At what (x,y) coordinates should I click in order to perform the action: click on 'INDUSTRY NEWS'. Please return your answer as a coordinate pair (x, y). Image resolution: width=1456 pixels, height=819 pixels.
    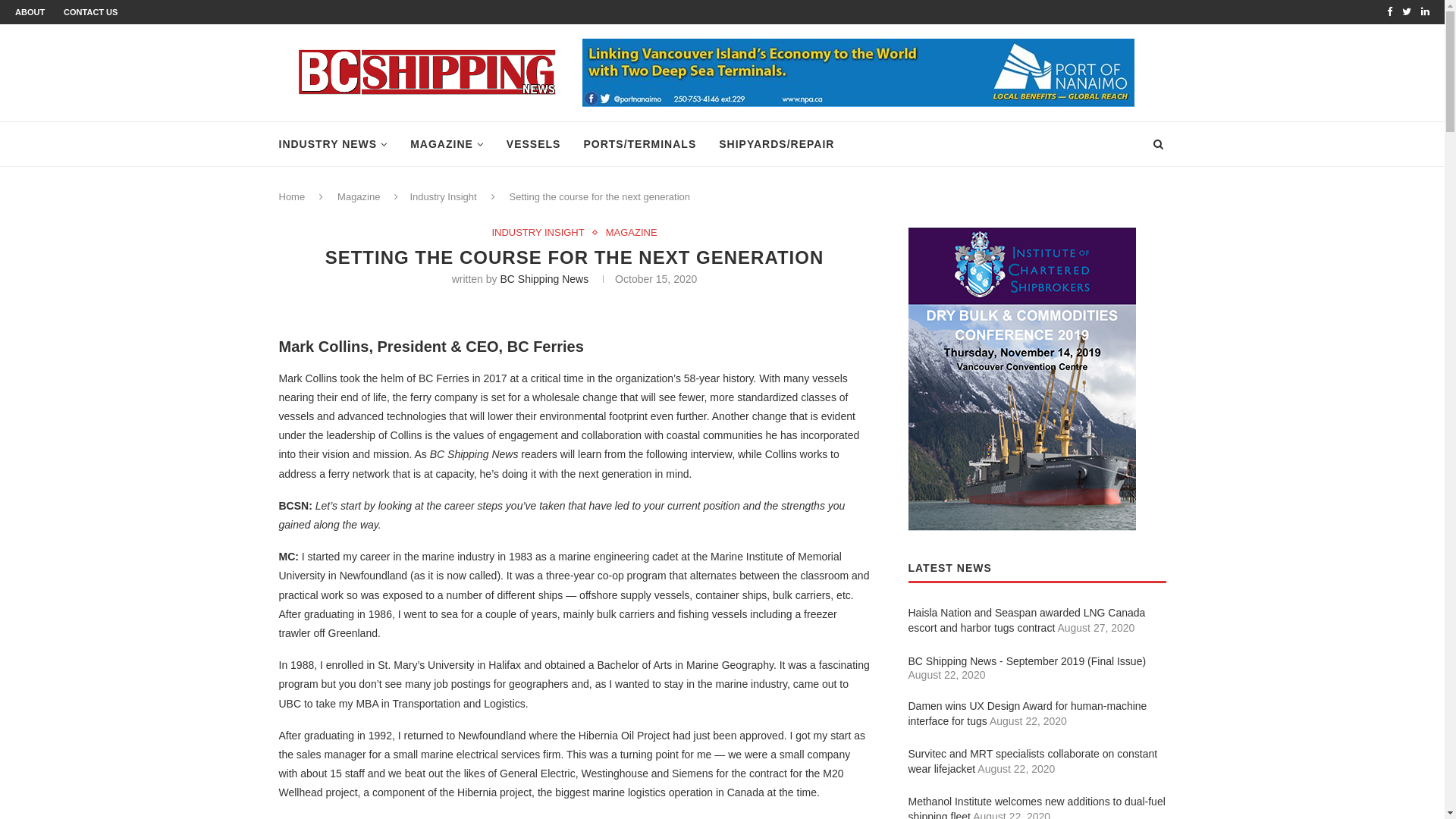
    Looking at the image, I should click on (333, 144).